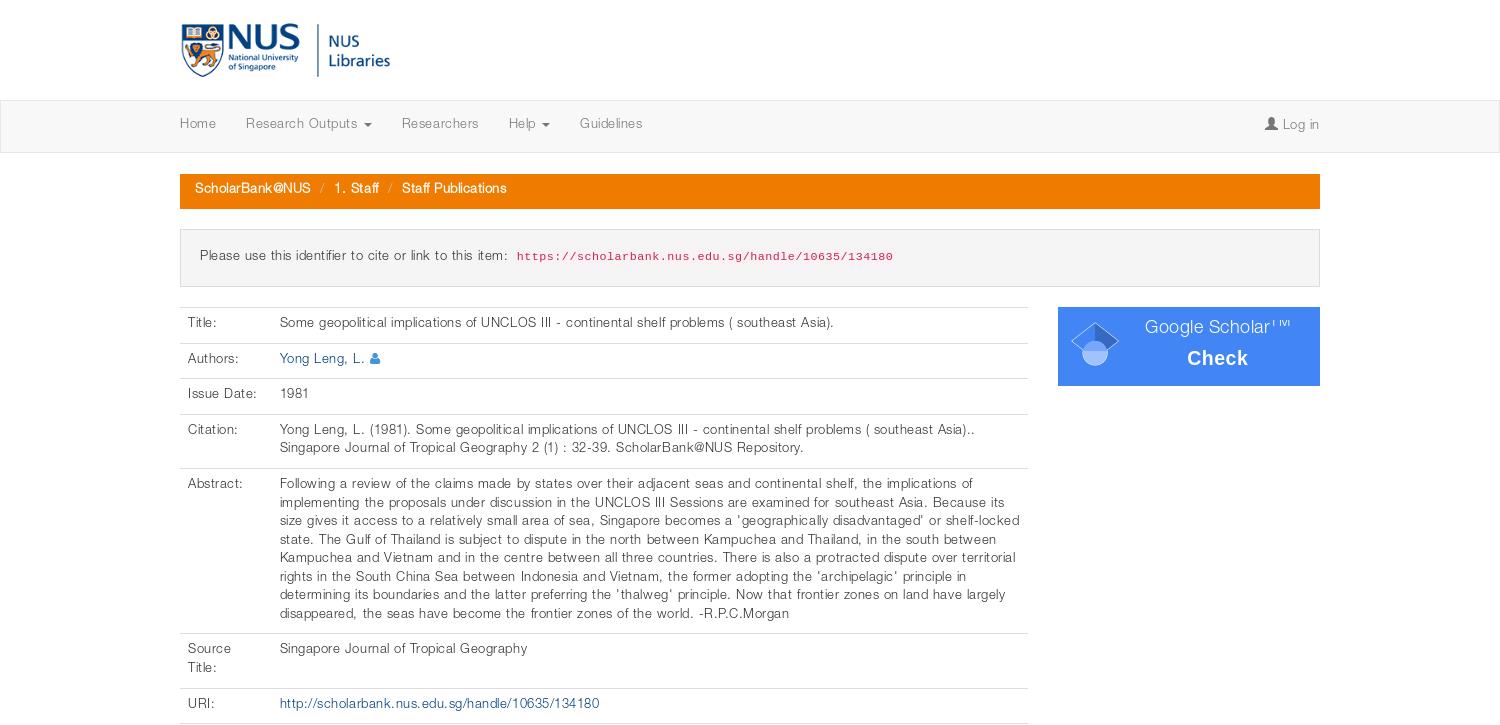  What do you see at coordinates (438, 703) in the screenshot?
I see `'http://scholarbank.nus.edu.sg/handle/10635/134180'` at bounding box center [438, 703].